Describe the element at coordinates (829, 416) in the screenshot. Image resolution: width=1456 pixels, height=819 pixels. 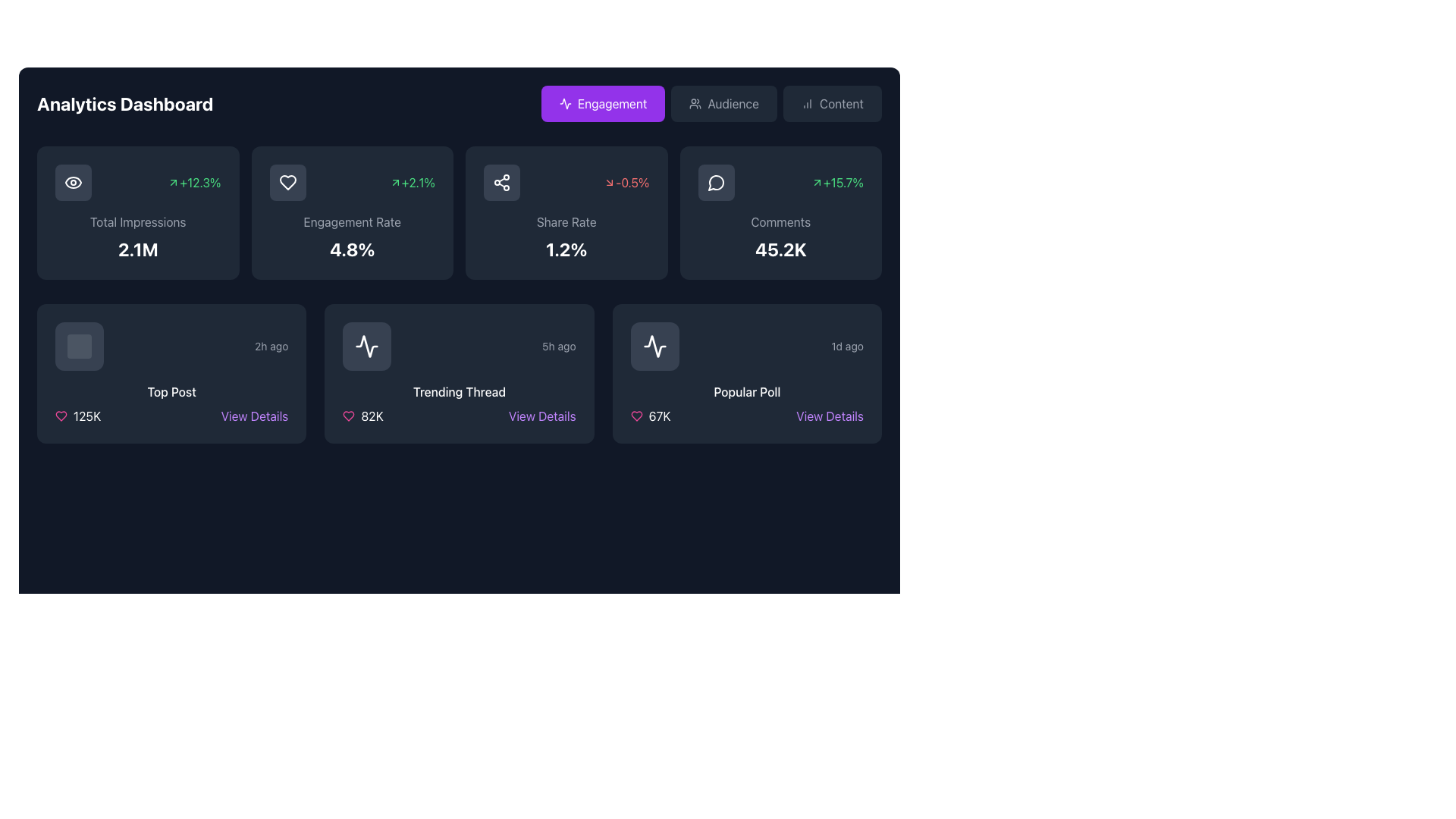
I see `the 'View Details' text link styled in purple that changes to a lighter purple on hover, located in the bottom-right section of the third card in the analytics data grid` at that location.